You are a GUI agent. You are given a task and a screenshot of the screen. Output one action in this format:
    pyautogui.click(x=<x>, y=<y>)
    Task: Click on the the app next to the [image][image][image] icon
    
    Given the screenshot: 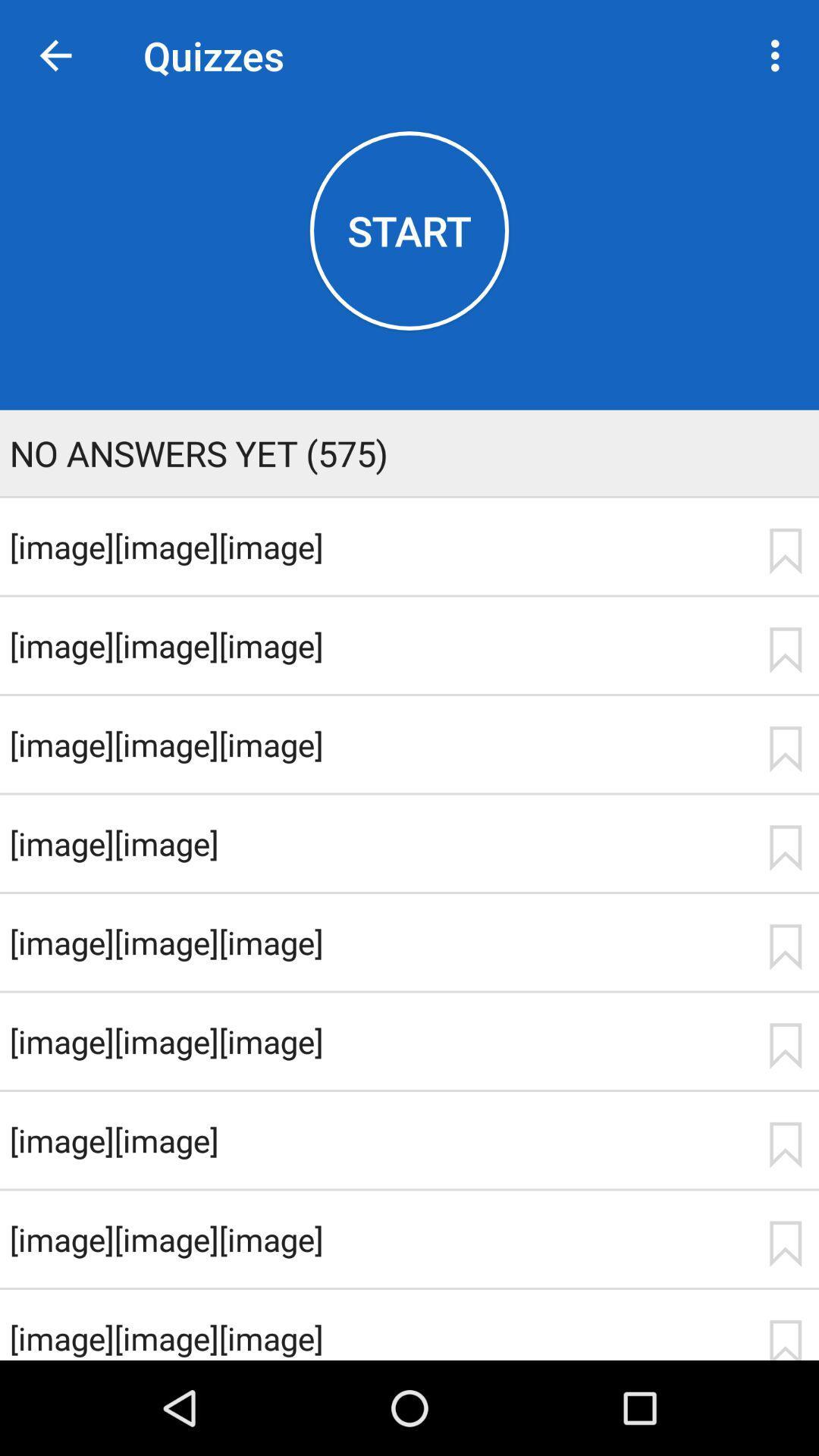 What is the action you would take?
    pyautogui.click(x=785, y=749)
    